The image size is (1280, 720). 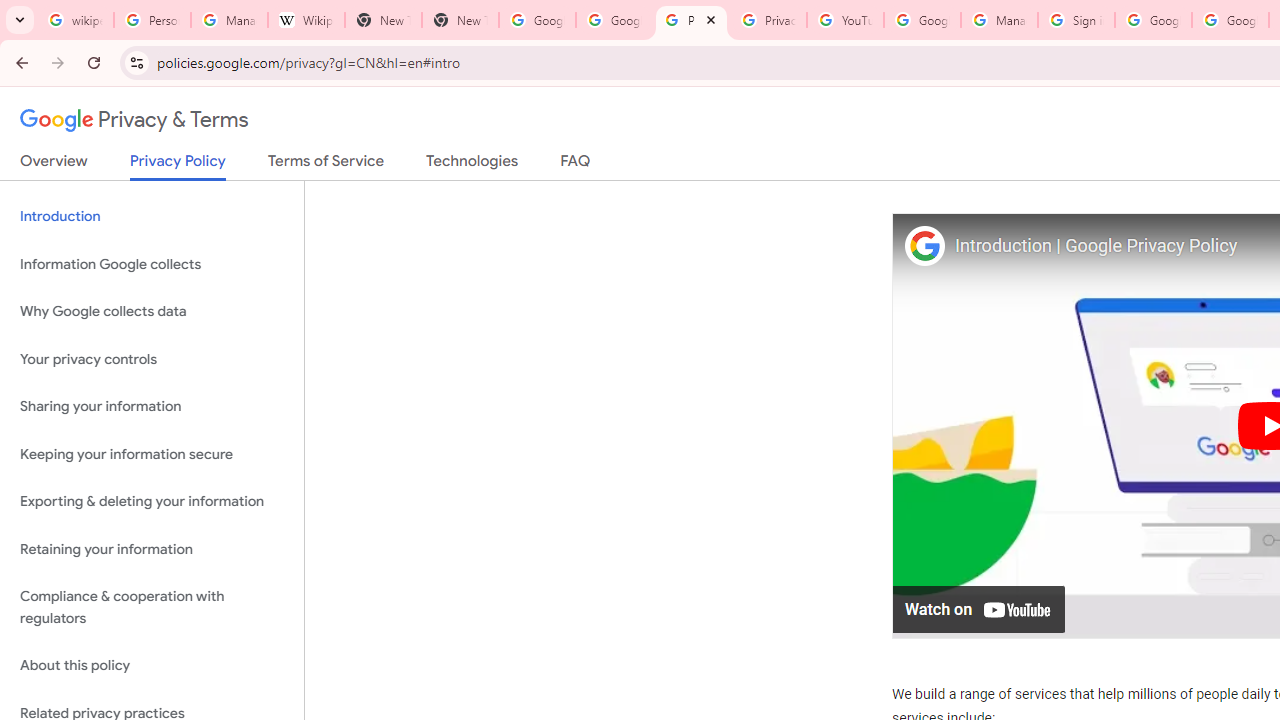 What do you see at coordinates (151, 501) in the screenshot?
I see `'Exporting & deleting your information'` at bounding box center [151, 501].